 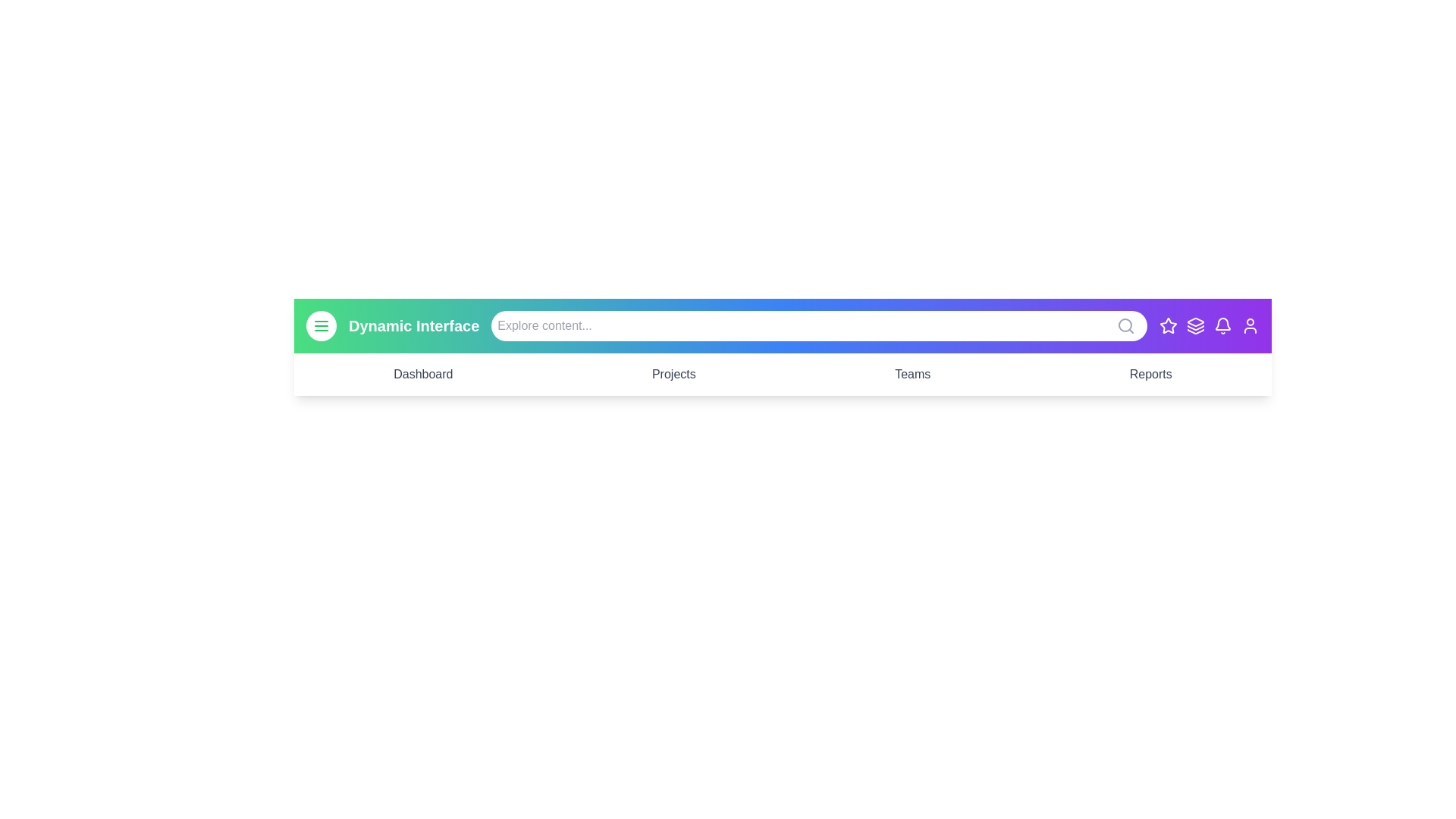 What do you see at coordinates (422, 374) in the screenshot?
I see `the menu item Dashboard to navigate to its corresponding section` at bounding box center [422, 374].